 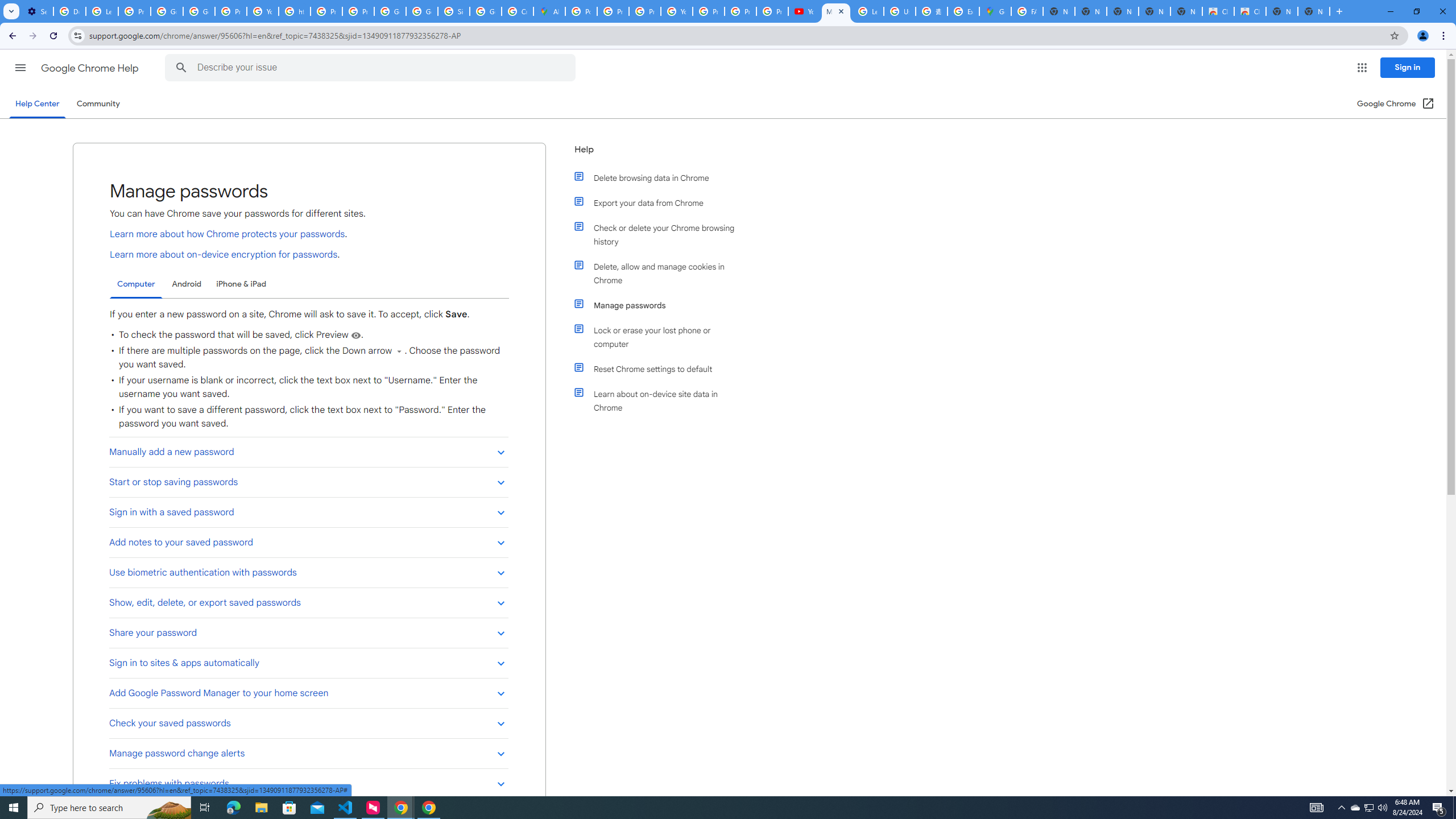 What do you see at coordinates (453, 11) in the screenshot?
I see `'Sign in - Google Accounts'` at bounding box center [453, 11].